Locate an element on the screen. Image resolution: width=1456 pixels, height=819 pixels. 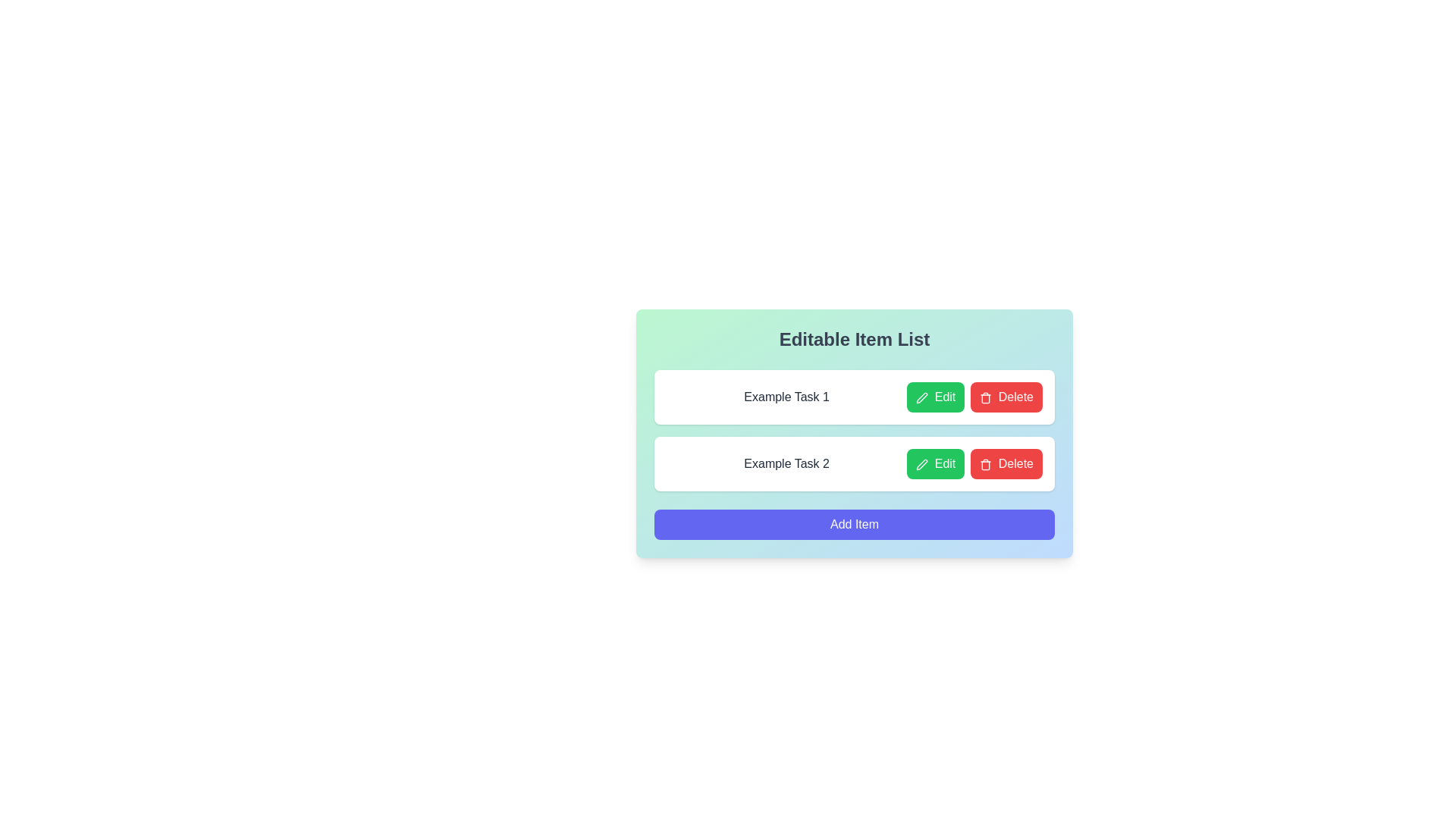
the delete icon located on the red 'Delete' button in the second row is located at coordinates (986, 463).